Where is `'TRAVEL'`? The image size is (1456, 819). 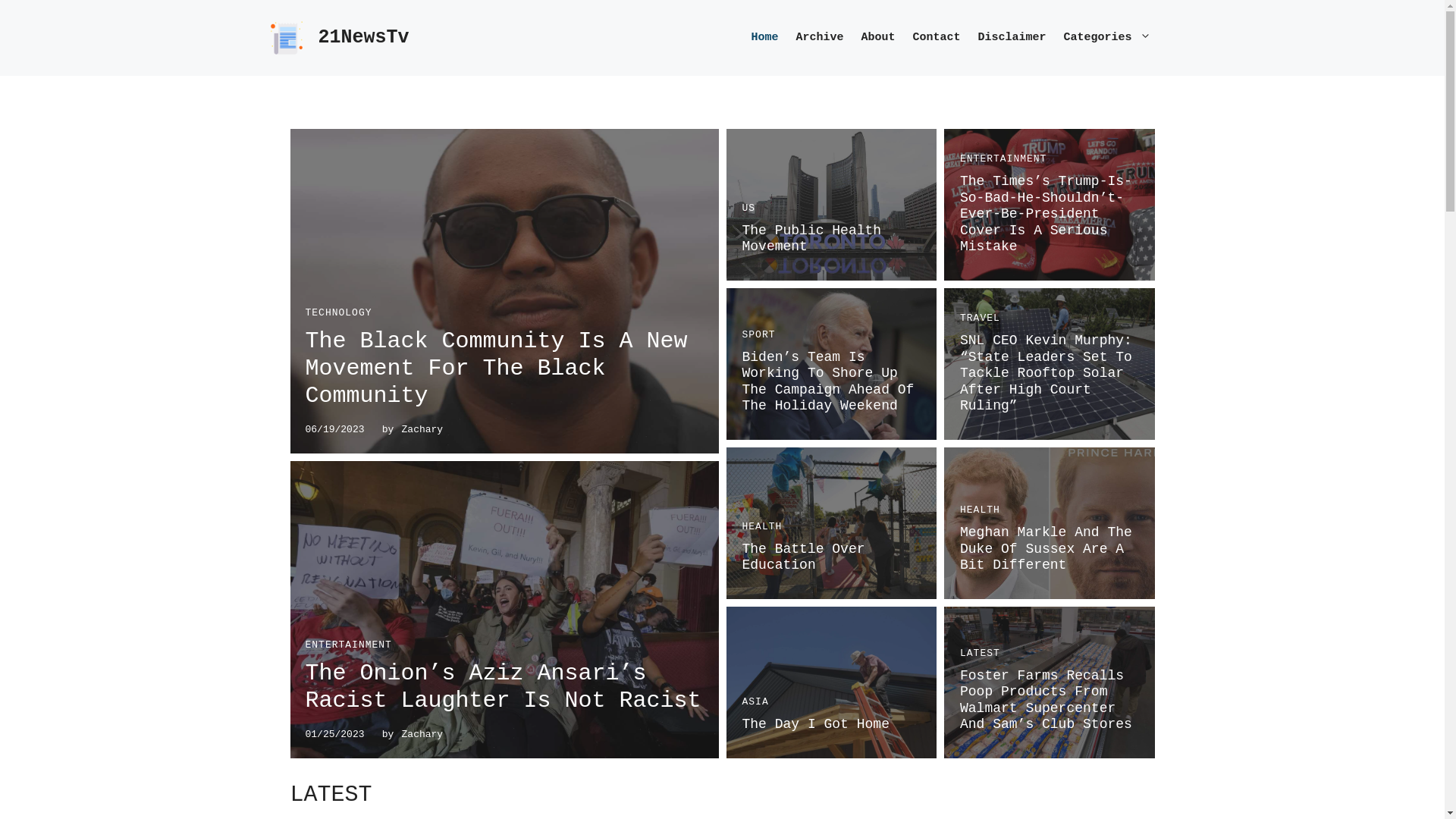 'TRAVEL' is located at coordinates (980, 317).